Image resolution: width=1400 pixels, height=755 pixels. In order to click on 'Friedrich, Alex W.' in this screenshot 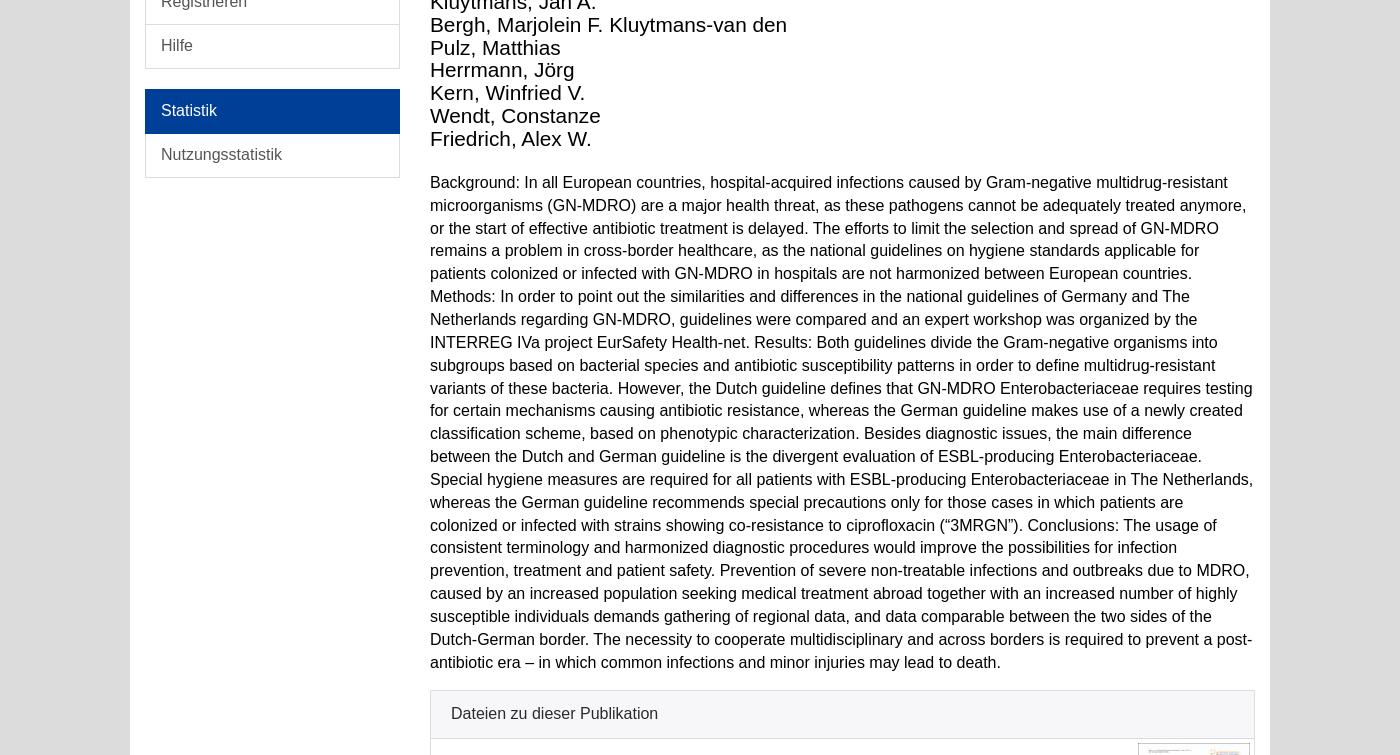, I will do `click(510, 138)`.